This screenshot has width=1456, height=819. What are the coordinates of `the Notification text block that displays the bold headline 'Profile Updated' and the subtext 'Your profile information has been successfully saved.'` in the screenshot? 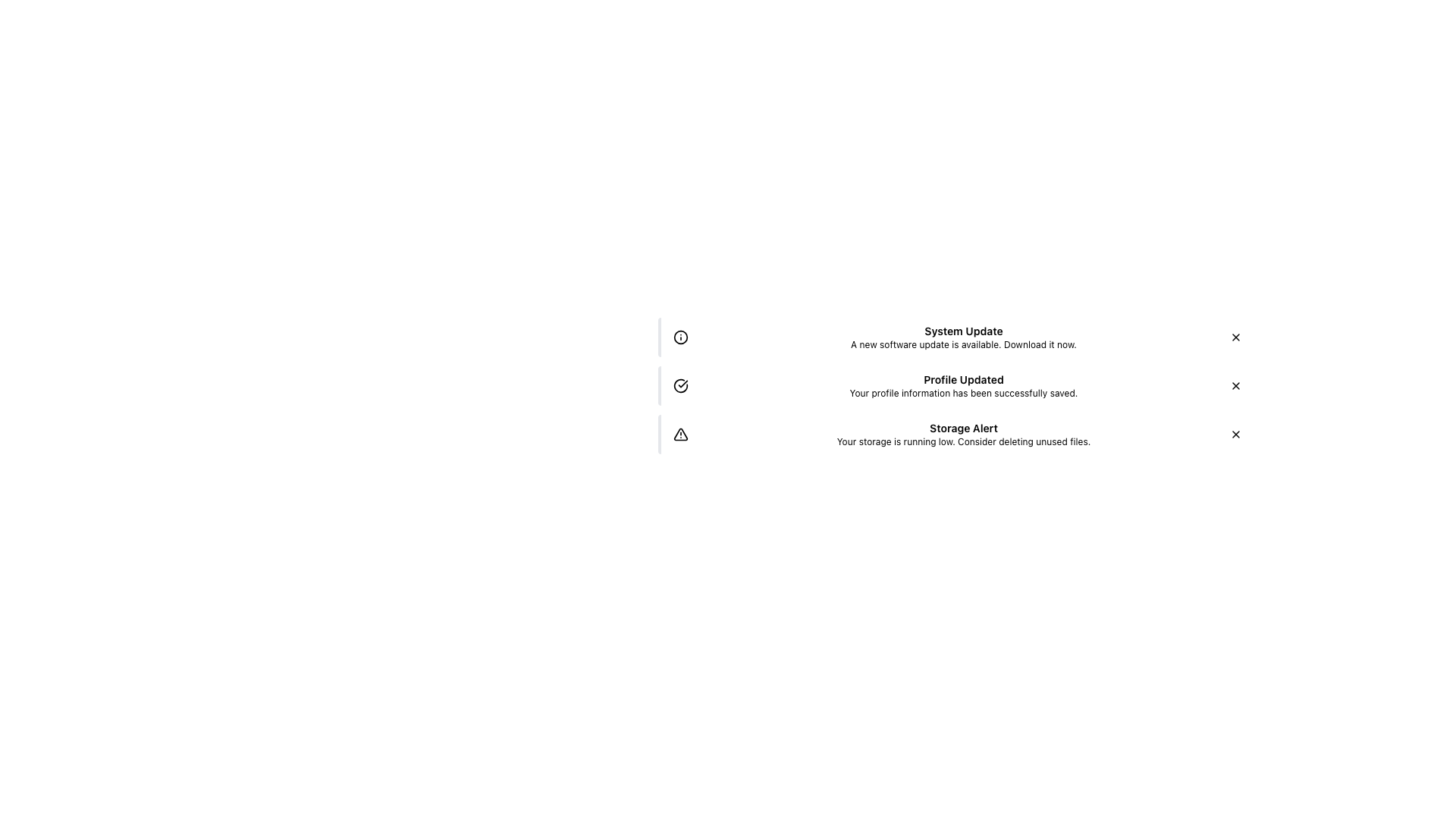 It's located at (963, 385).